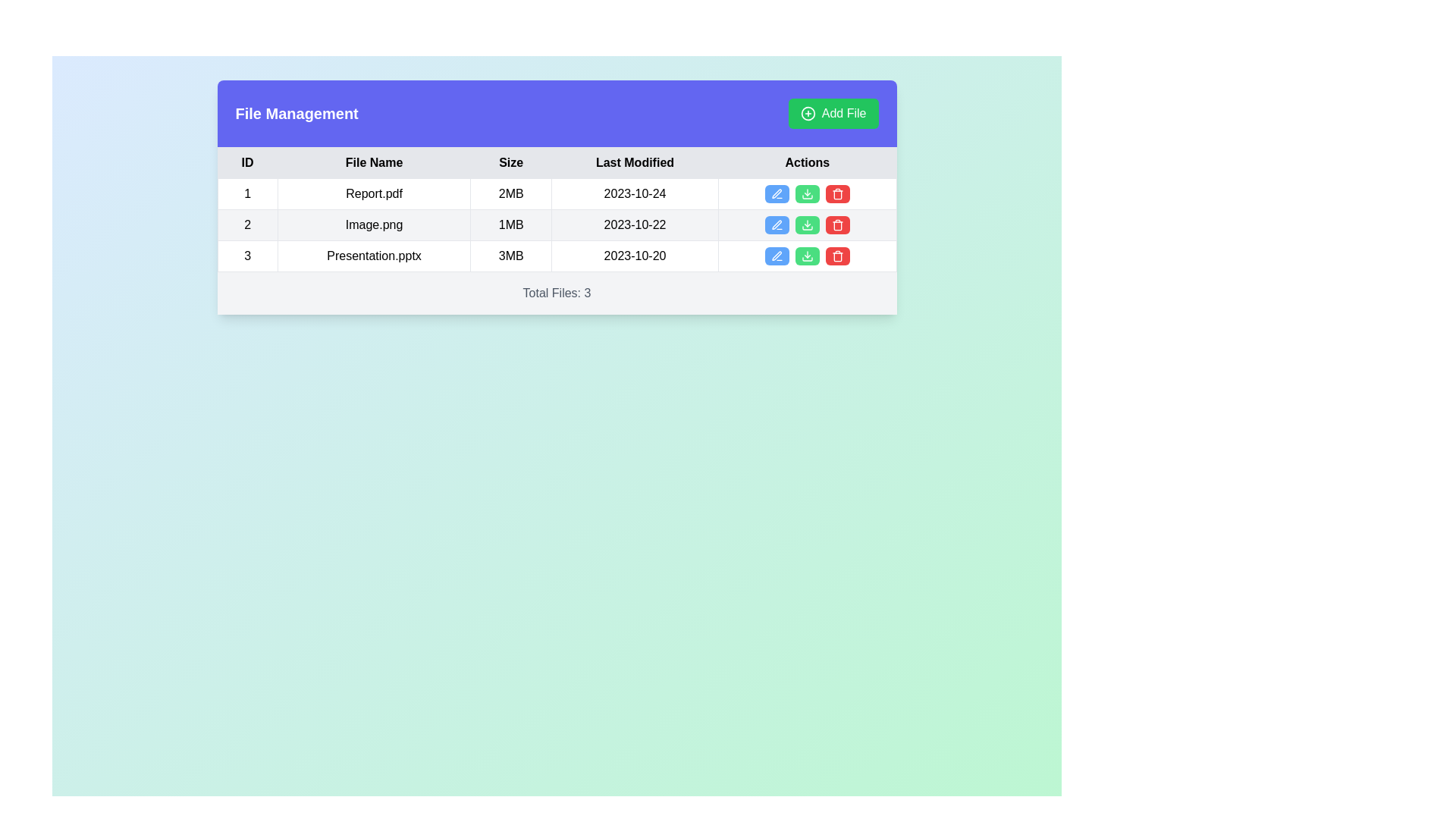  I want to click on the text cell displaying the number '1' in the 'ID' column of the file management panel's table, so click(247, 193).